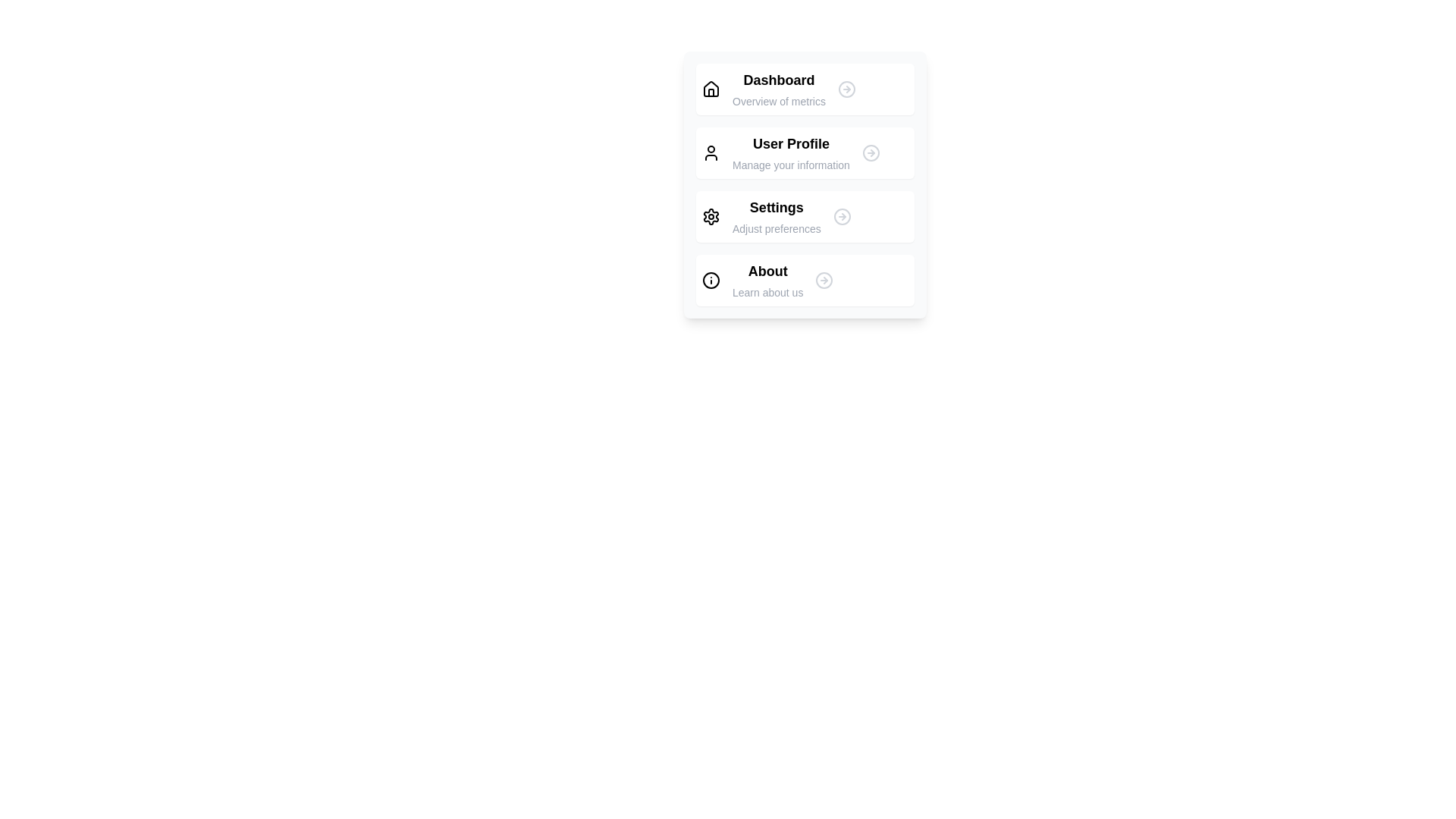 This screenshot has width=1456, height=819. Describe the element at coordinates (841, 216) in the screenshot. I see `the circular icon with a right-pointing arrow located at the far right of the 'Settings' row` at that location.